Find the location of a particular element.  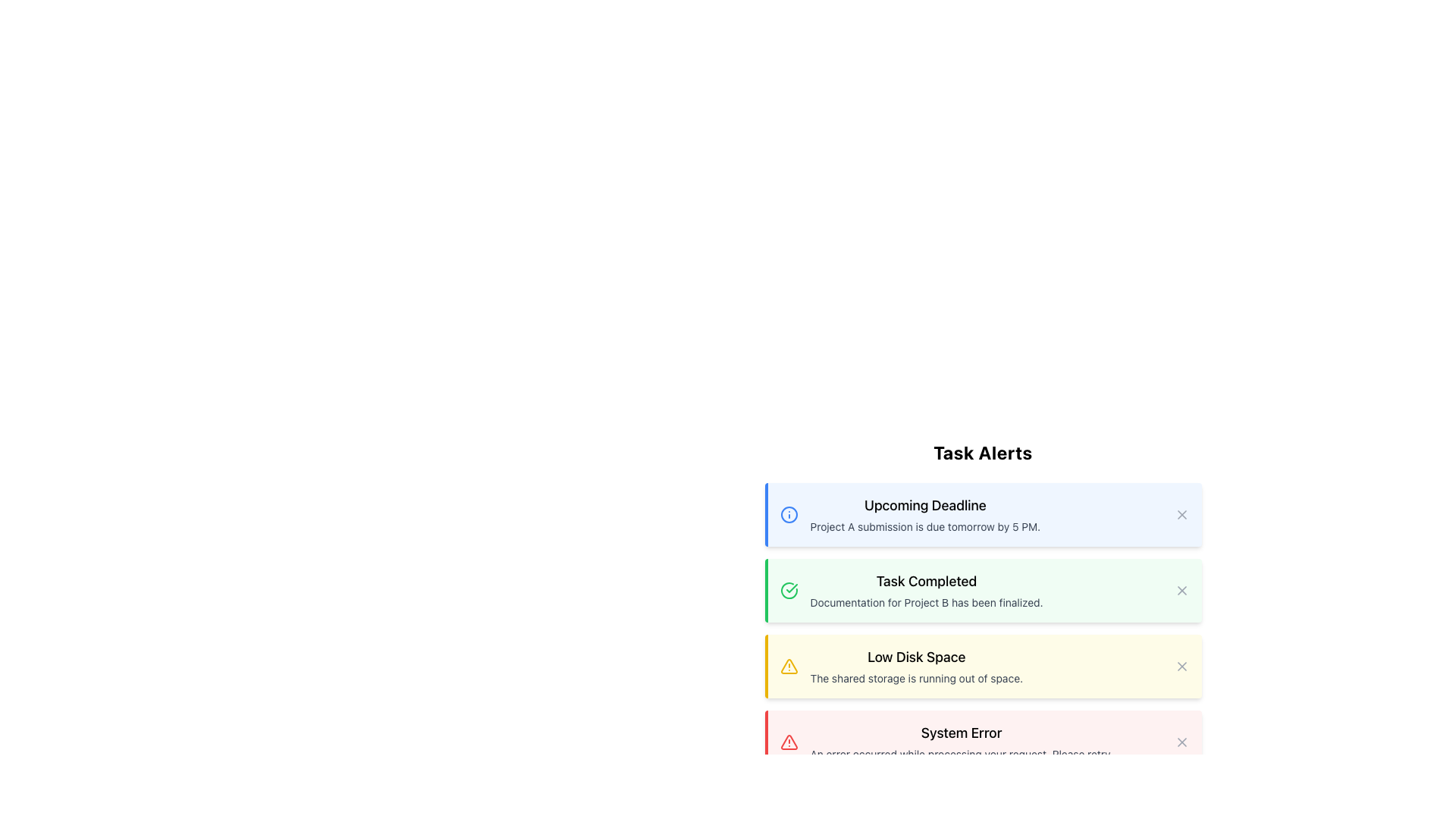

the checkmark icon indicating that the task titled 'Task Completed' with the description 'Documentation for Project B has been finalized.' has been completed. This icon is positioned as the leading element in the notification row is located at coordinates (789, 590).